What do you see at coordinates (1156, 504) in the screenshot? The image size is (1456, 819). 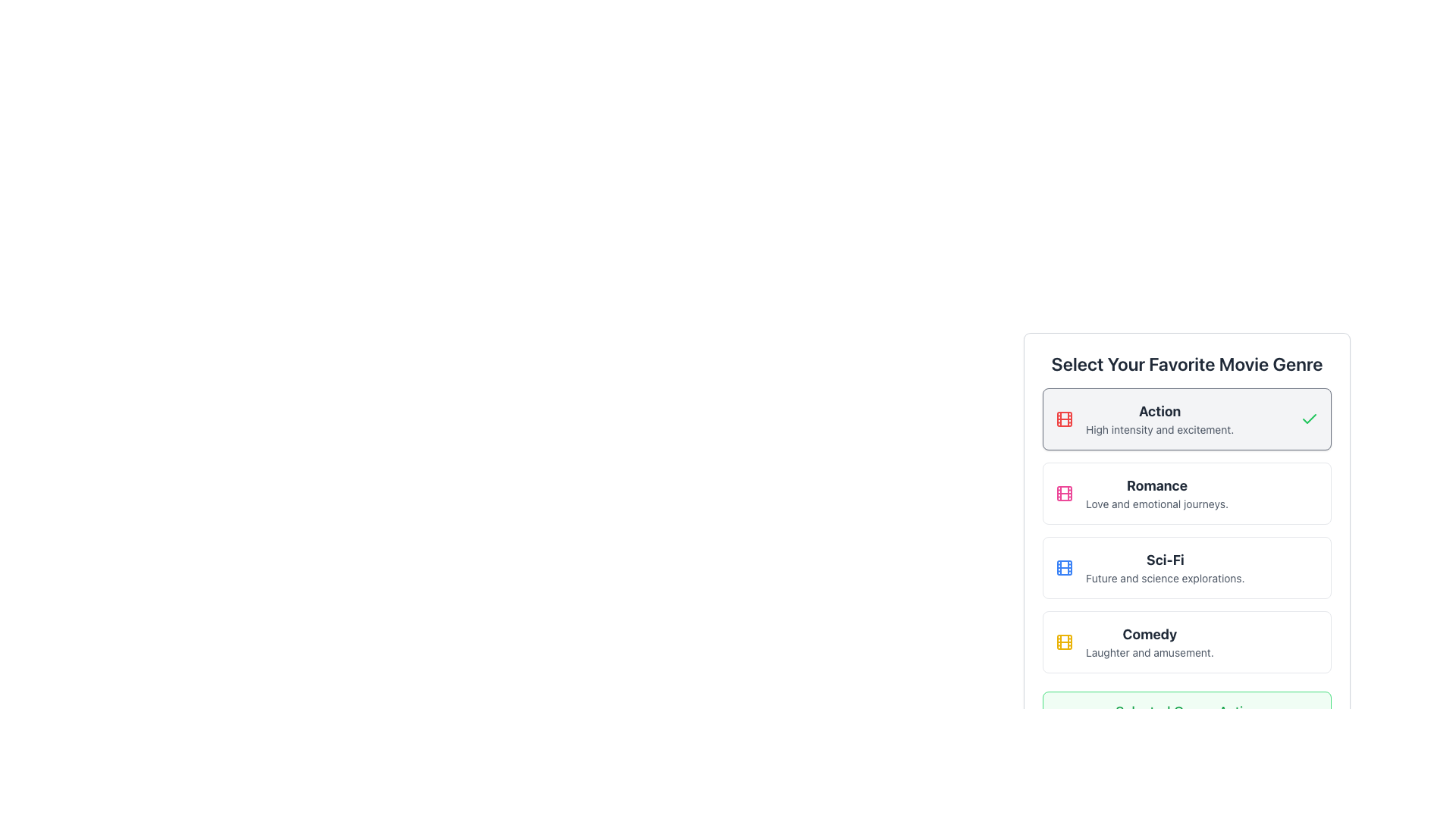 I see `the descriptive subtitle for the 'Romance' movie genre located at the bottom of the box under the title 'Romance'` at bounding box center [1156, 504].